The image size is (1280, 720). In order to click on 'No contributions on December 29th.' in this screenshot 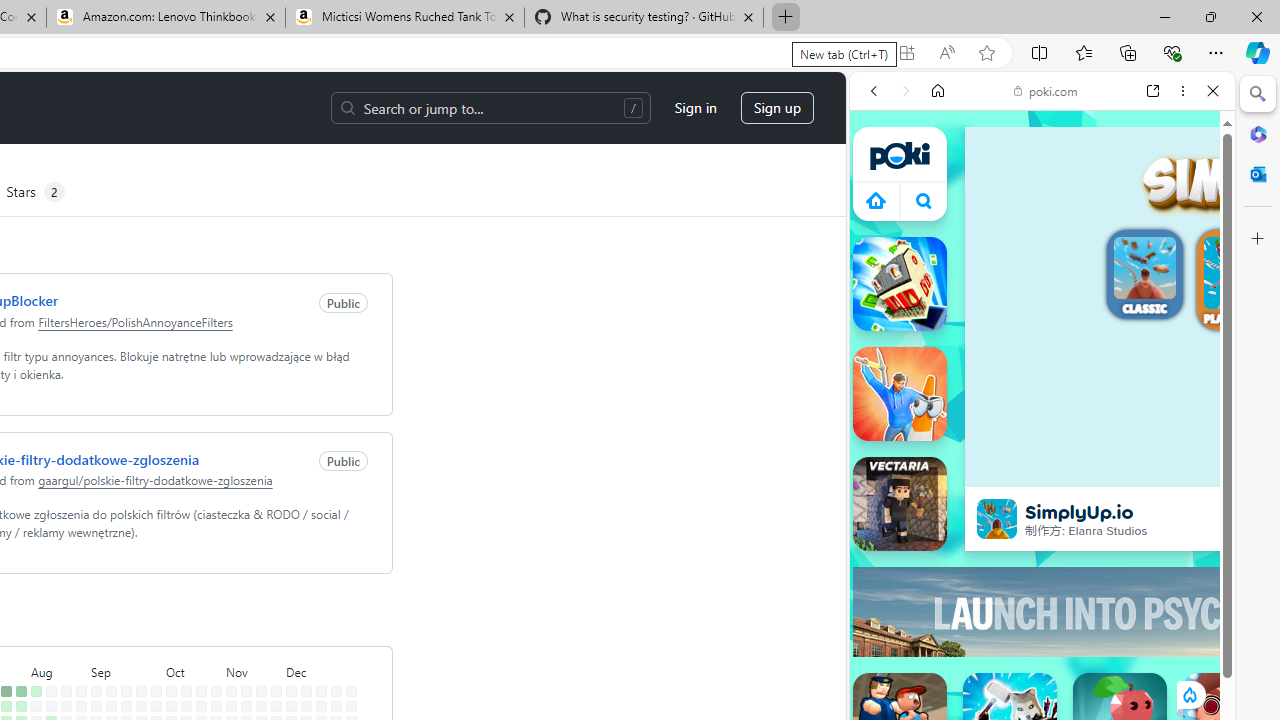, I will do `click(351, 690)`.